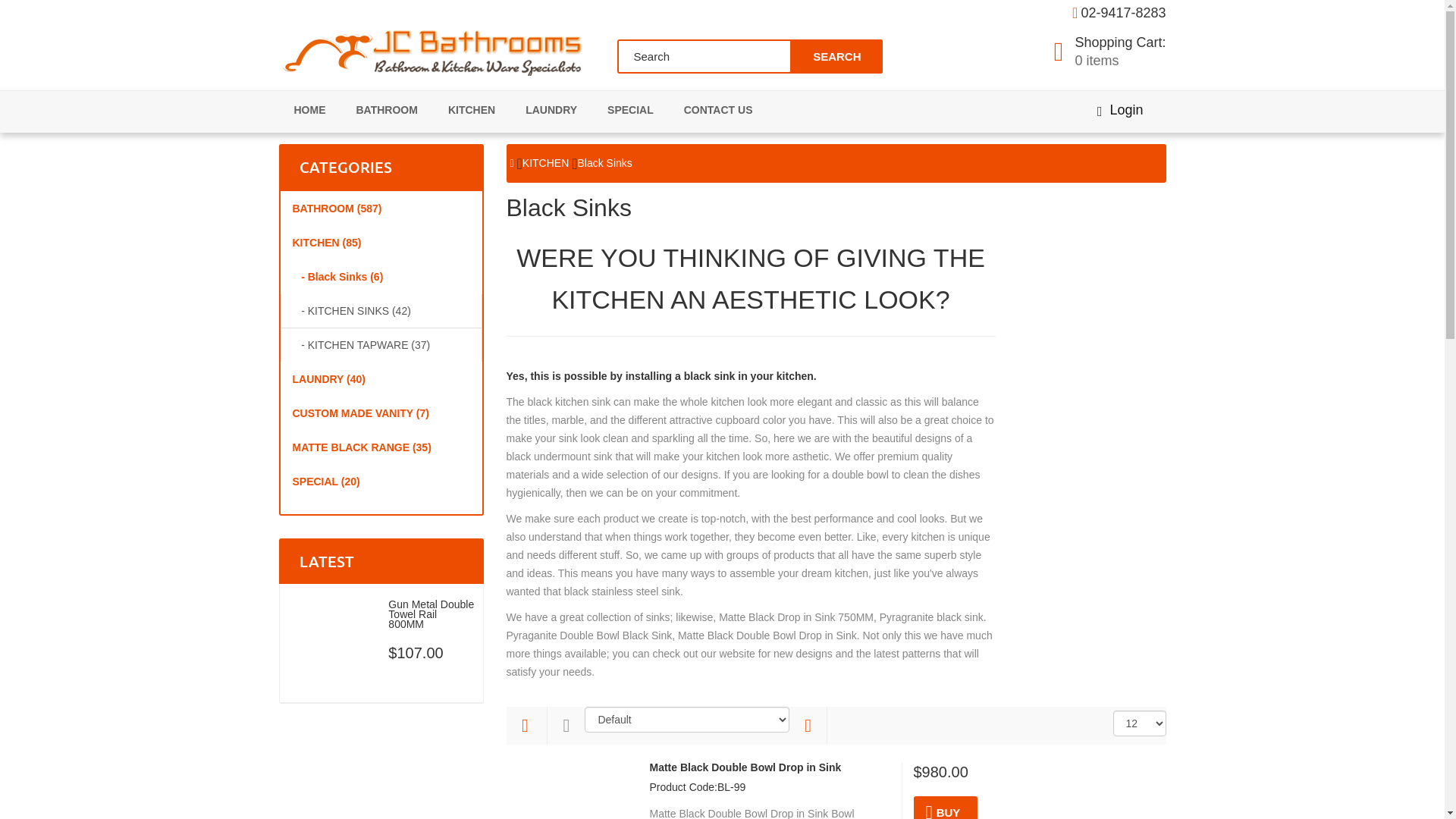  I want to click on '   - KITCHEN SINKS (42)', so click(381, 309).